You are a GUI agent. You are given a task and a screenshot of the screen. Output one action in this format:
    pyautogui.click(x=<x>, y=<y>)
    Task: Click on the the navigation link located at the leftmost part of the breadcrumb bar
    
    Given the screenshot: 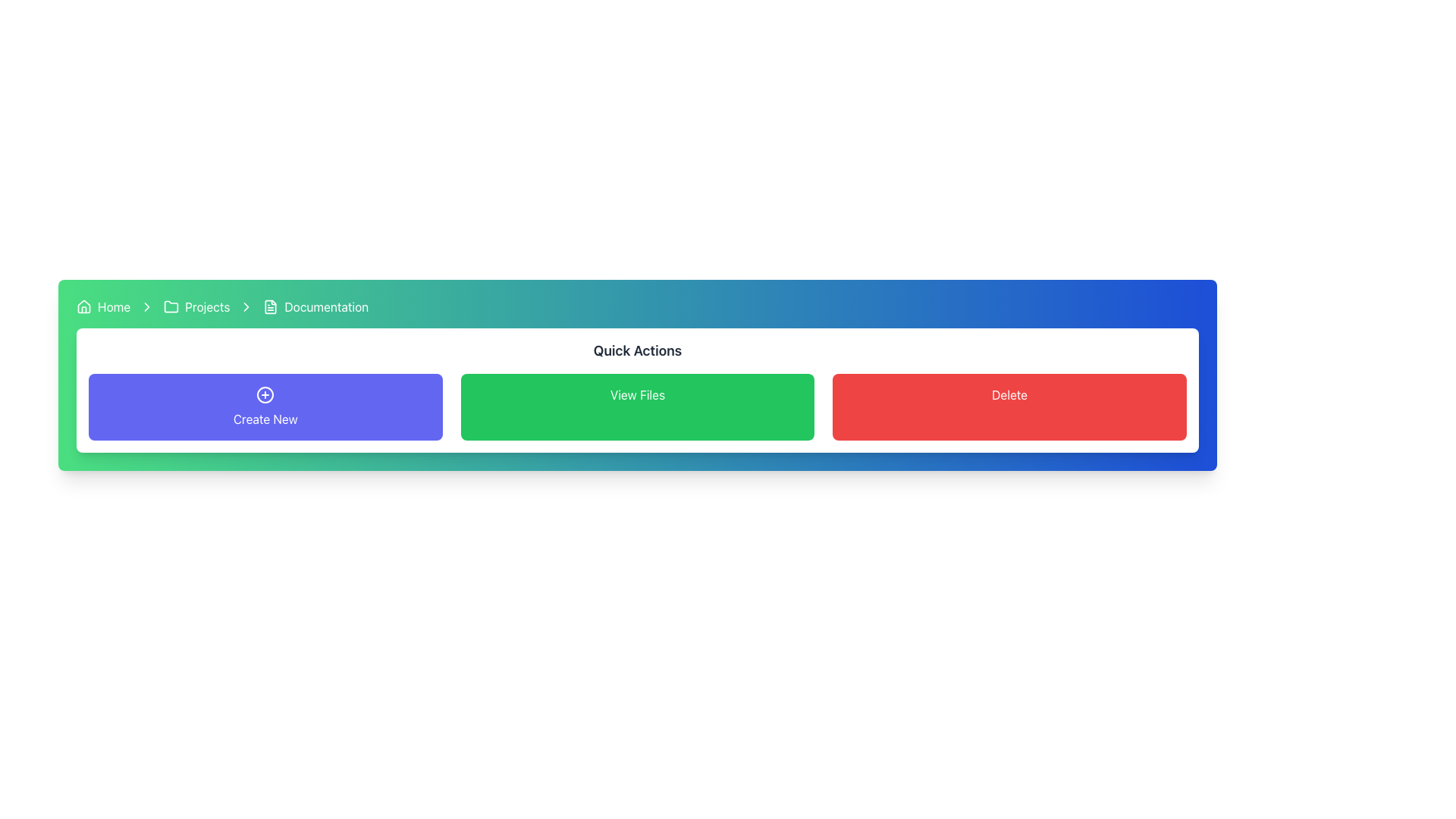 What is the action you would take?
    pyautogui.click(x=102, y=307)
    